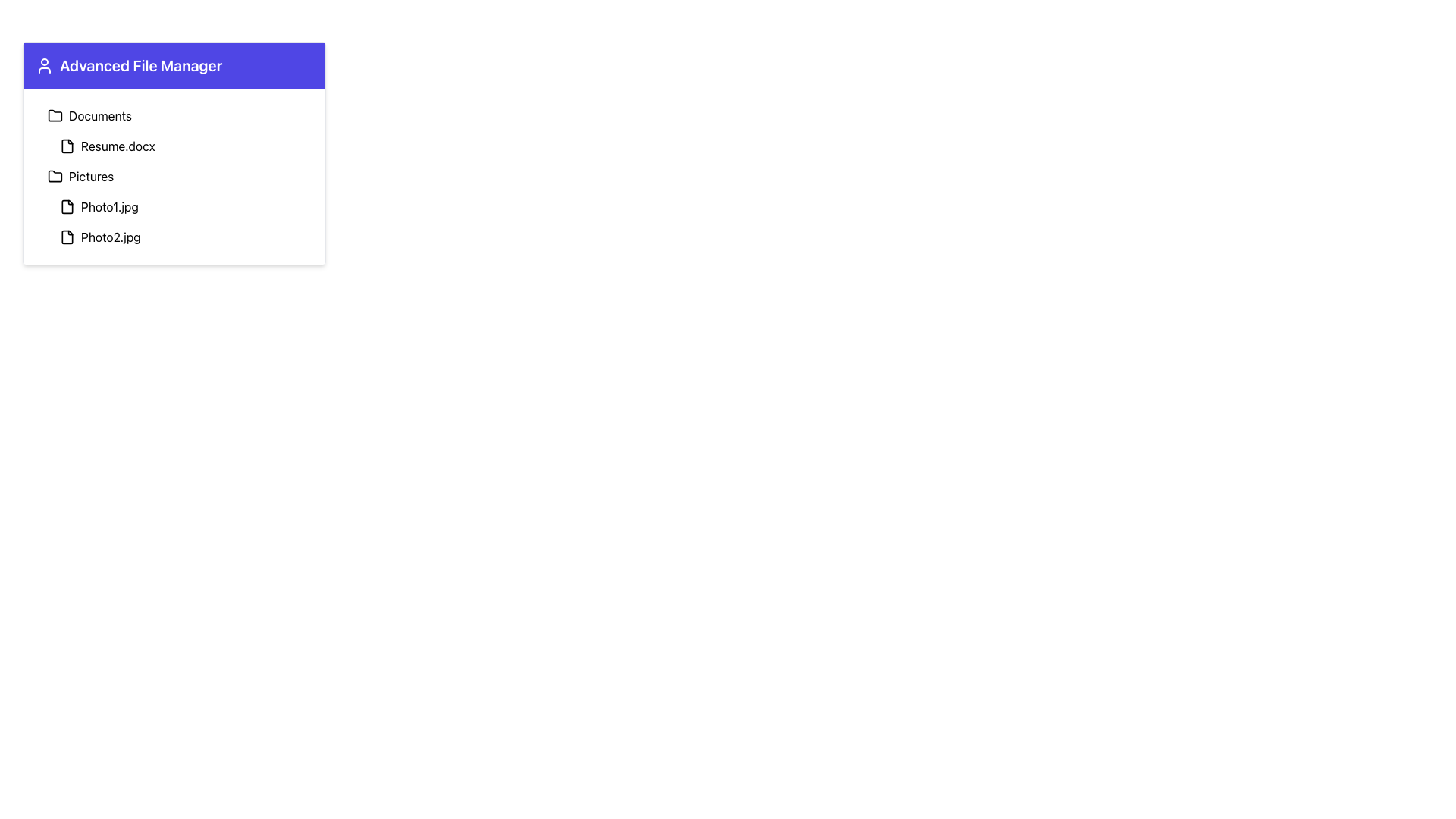 Image resolution: width=1456 pixels, height=819 pixels. What do you see at coordinates (180, 207) in the screenshot?
I see `the file list item named 'Photo1.jpg', which is the second item under the 'Pictures' section` at bounding box center [180, 207].